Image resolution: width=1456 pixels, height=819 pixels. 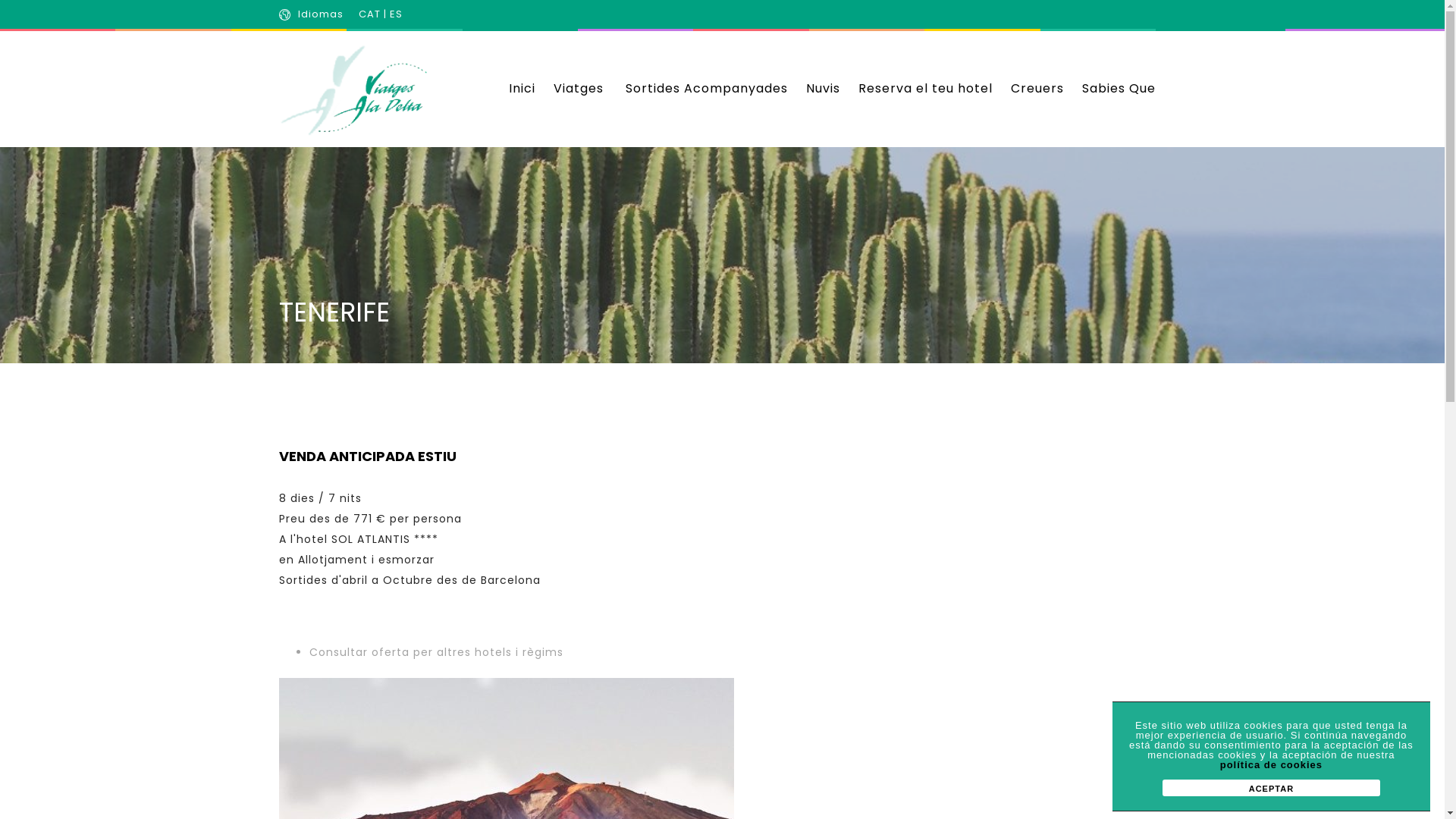 I want to click on 'ES', so click(x=396, y=14).